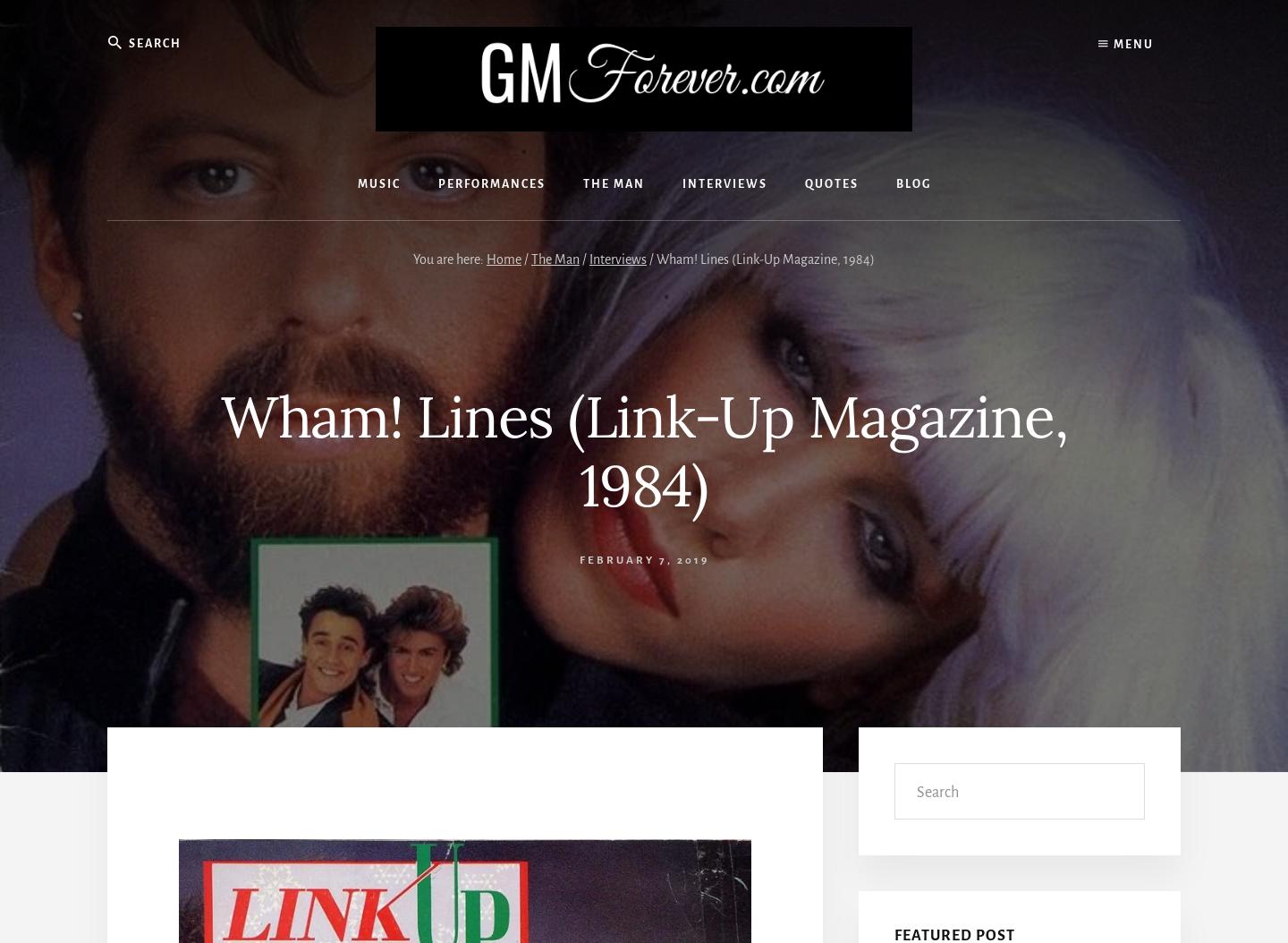 This screenshot has width=1288, height=943. What do you see at coordinates (378, 183) in the screenshot?
I see `'Music'` at bounding box center [378, 183].